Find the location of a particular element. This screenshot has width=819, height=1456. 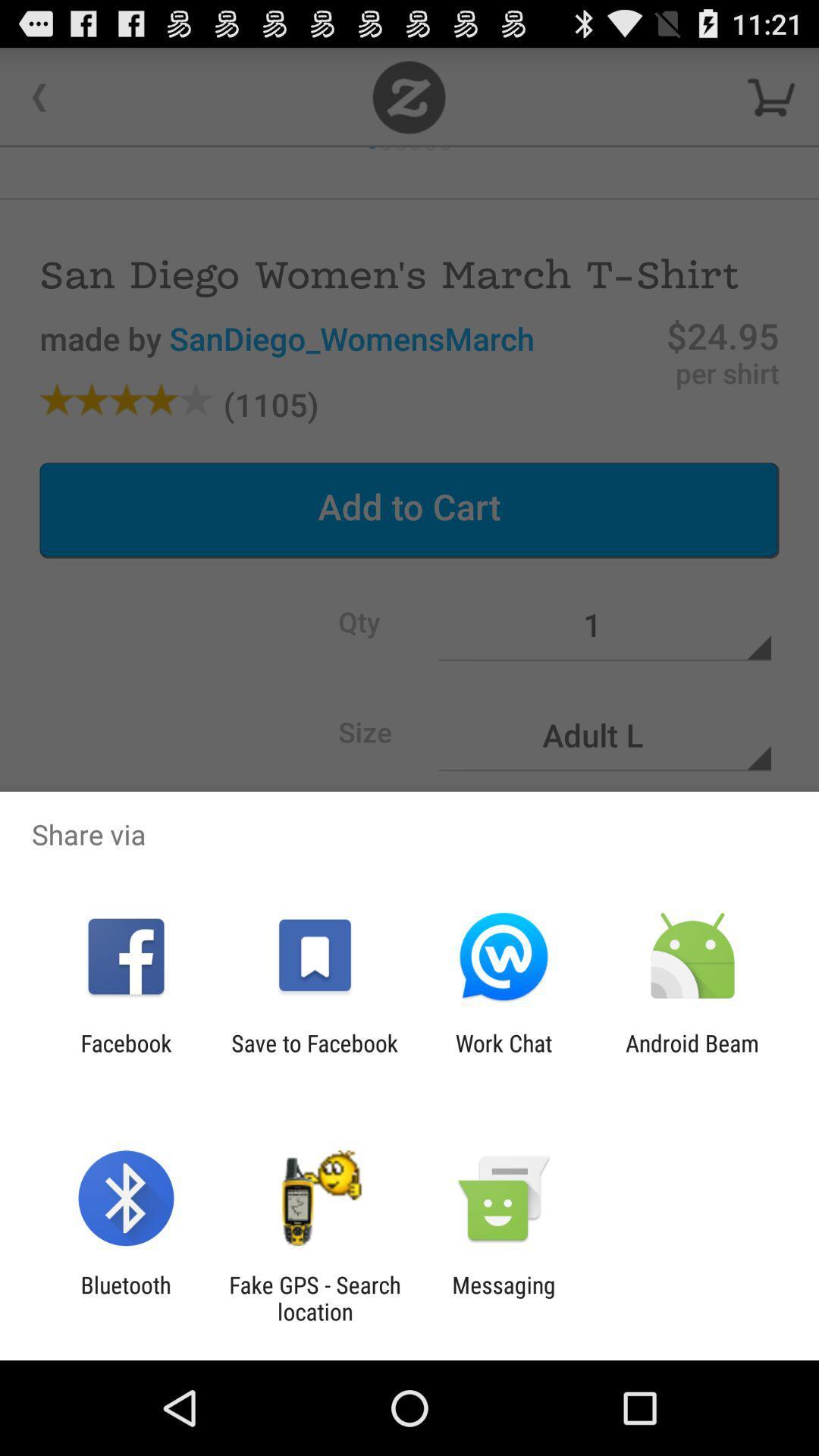

messaging app is located at coordinates (504, 1298).